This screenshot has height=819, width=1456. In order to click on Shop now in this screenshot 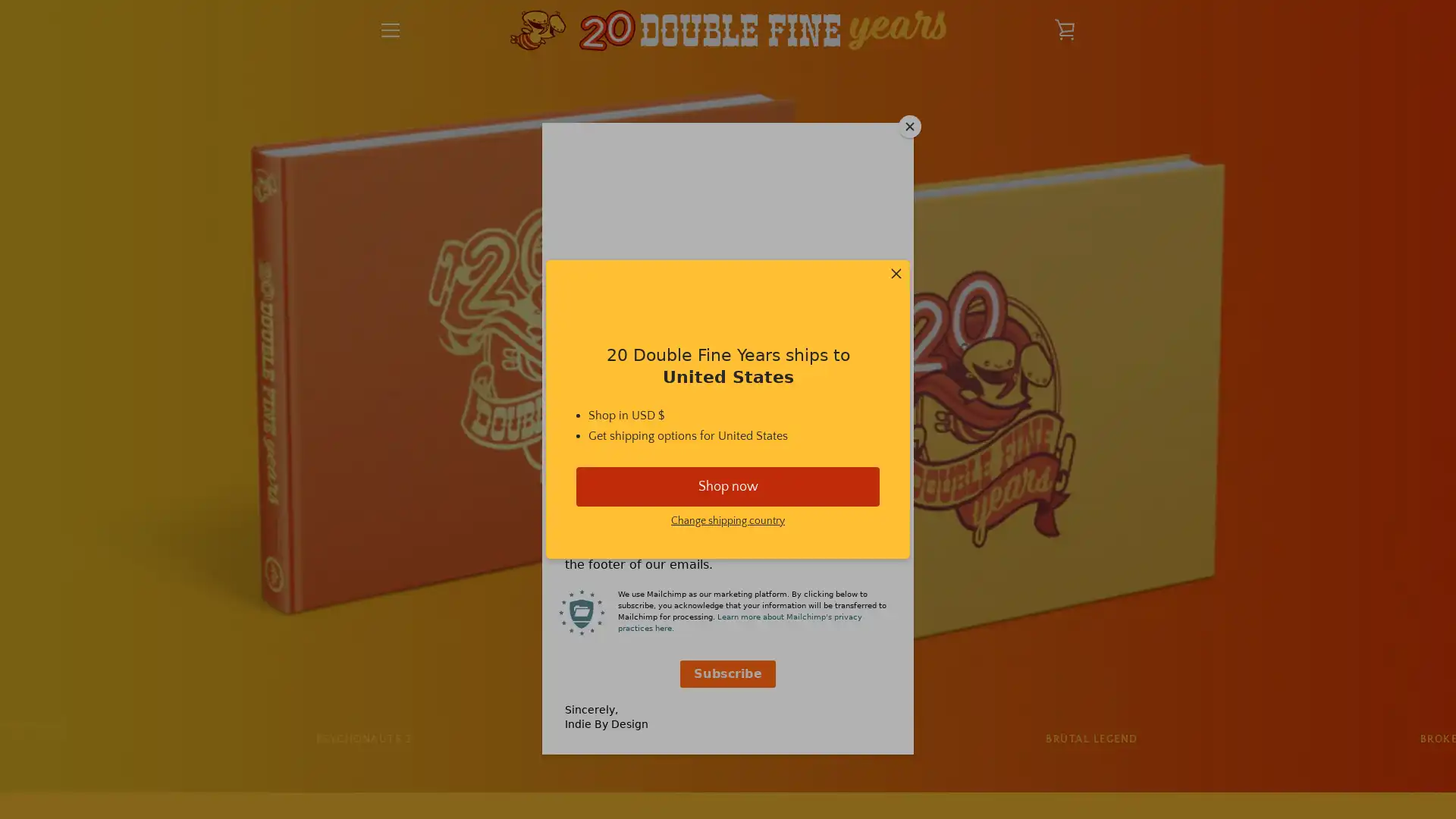, I will do `click(728, 485)`.